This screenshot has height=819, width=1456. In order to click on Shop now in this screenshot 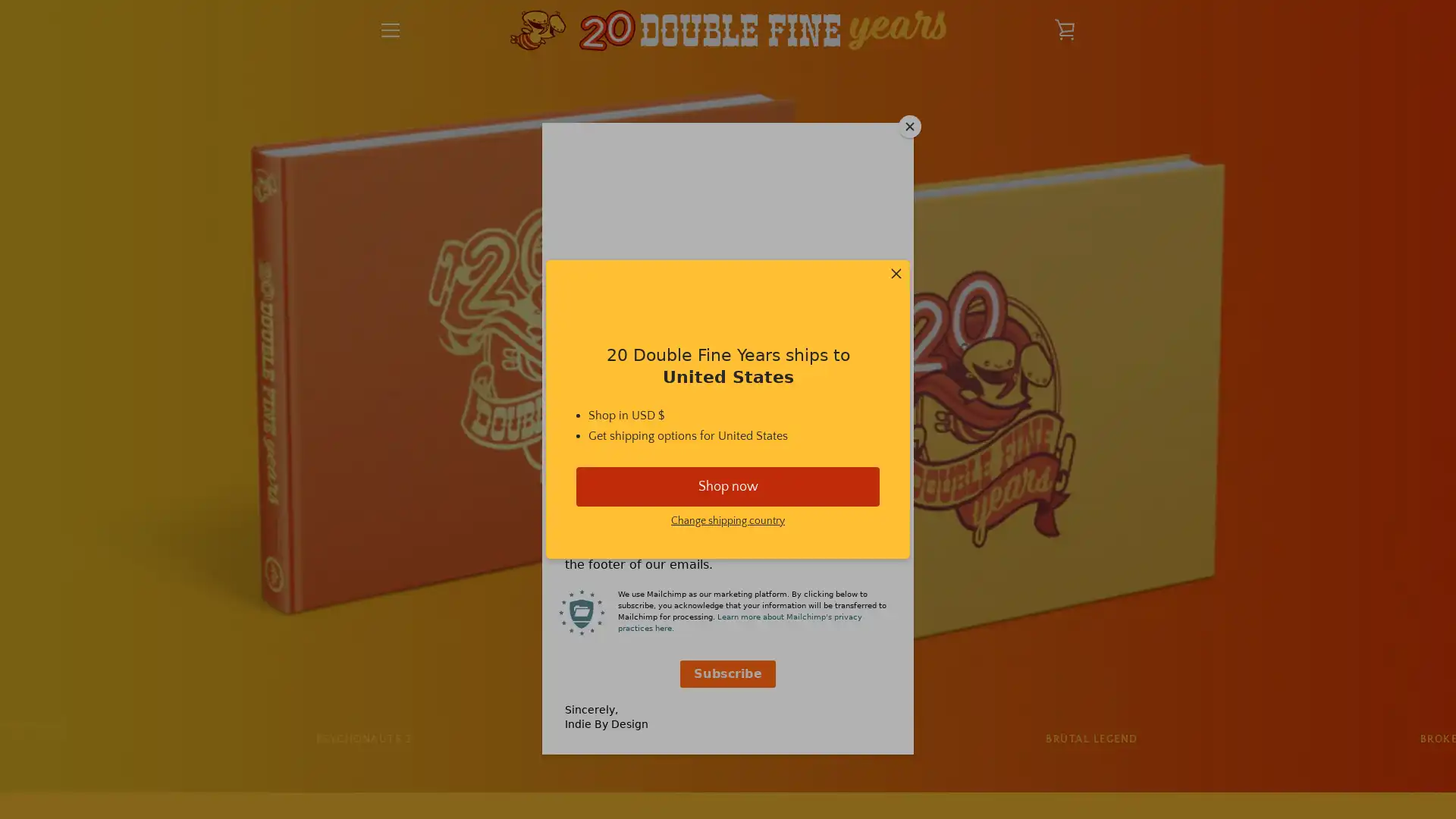, I will do `click(728, 485)`.